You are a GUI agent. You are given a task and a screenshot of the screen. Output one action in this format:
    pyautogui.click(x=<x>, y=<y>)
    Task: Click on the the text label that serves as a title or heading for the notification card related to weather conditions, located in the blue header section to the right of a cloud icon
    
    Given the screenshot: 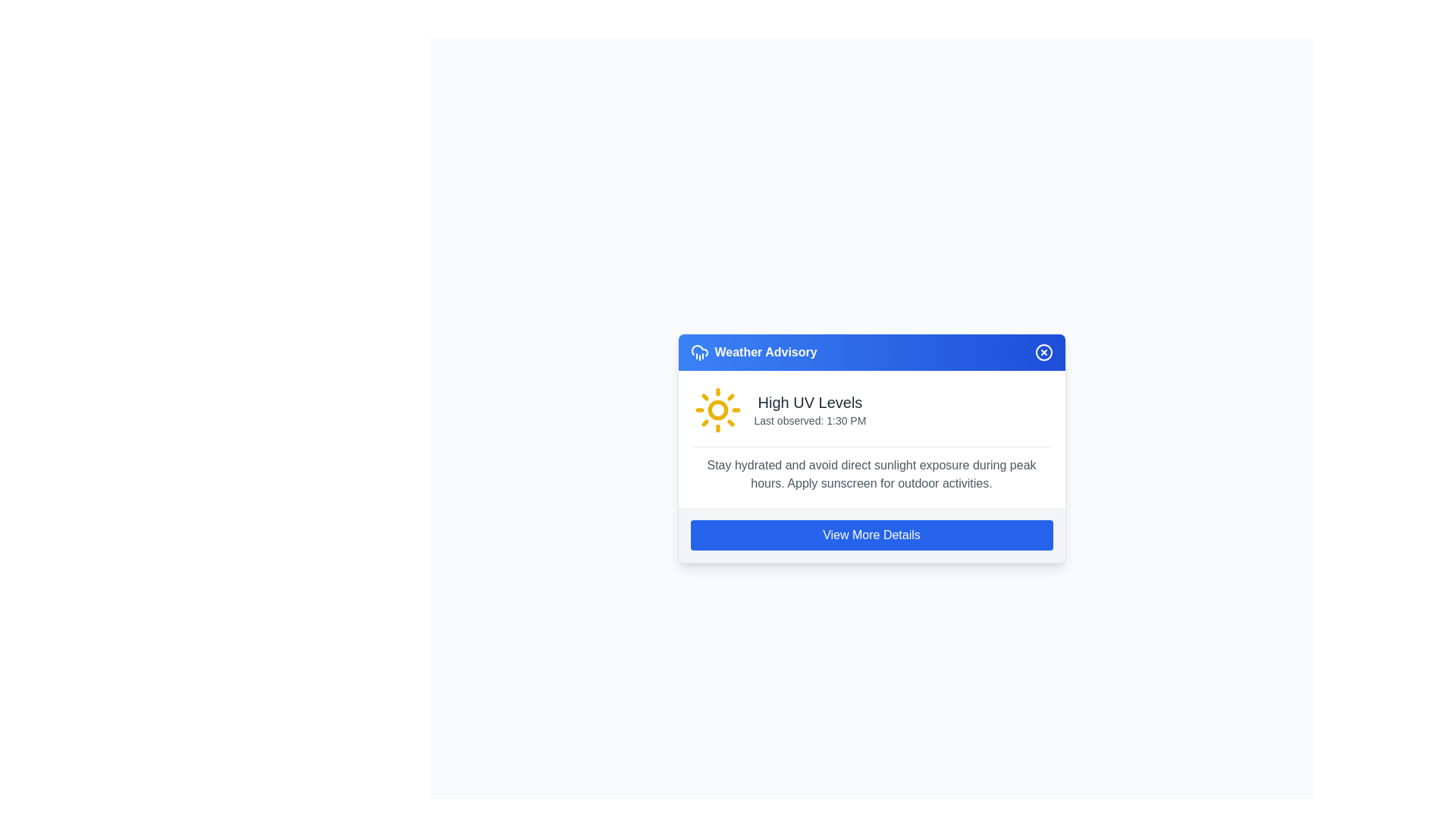 What is the action you would take?
    pyautogui.click(x=766, y=352)
    